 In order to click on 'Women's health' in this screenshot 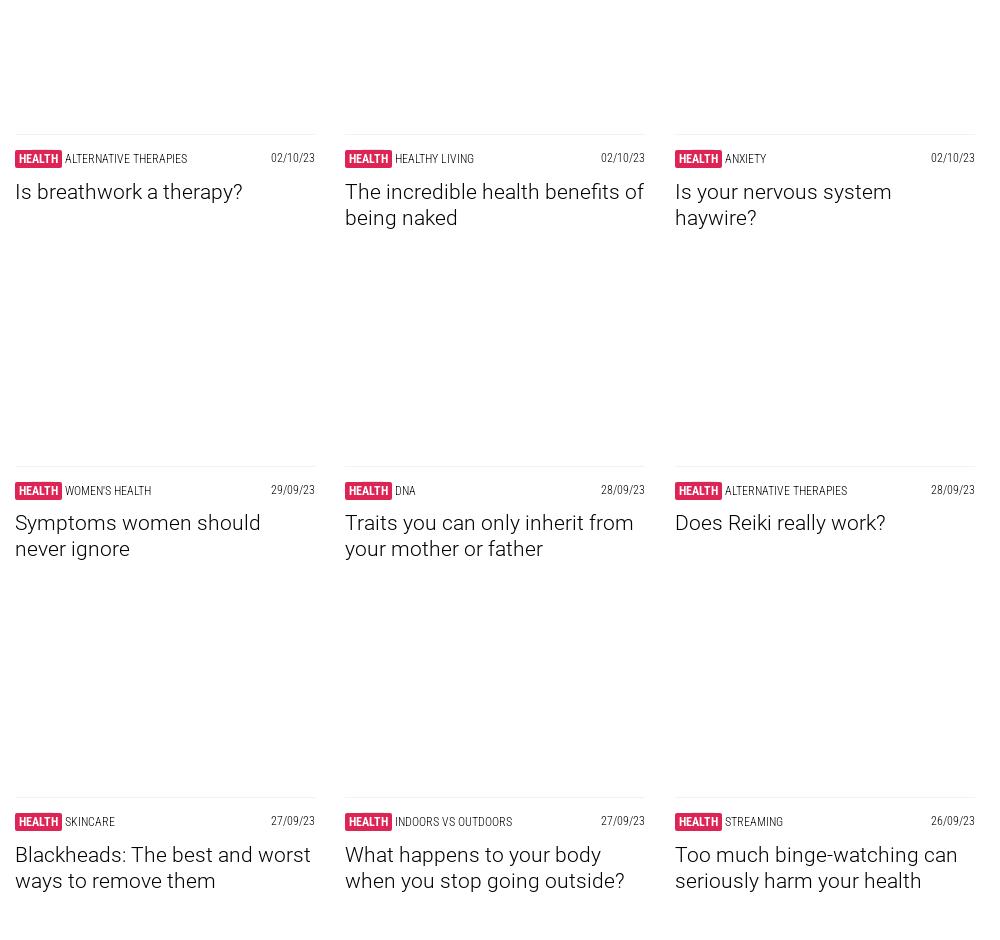, I will do `click(64, 490)`.